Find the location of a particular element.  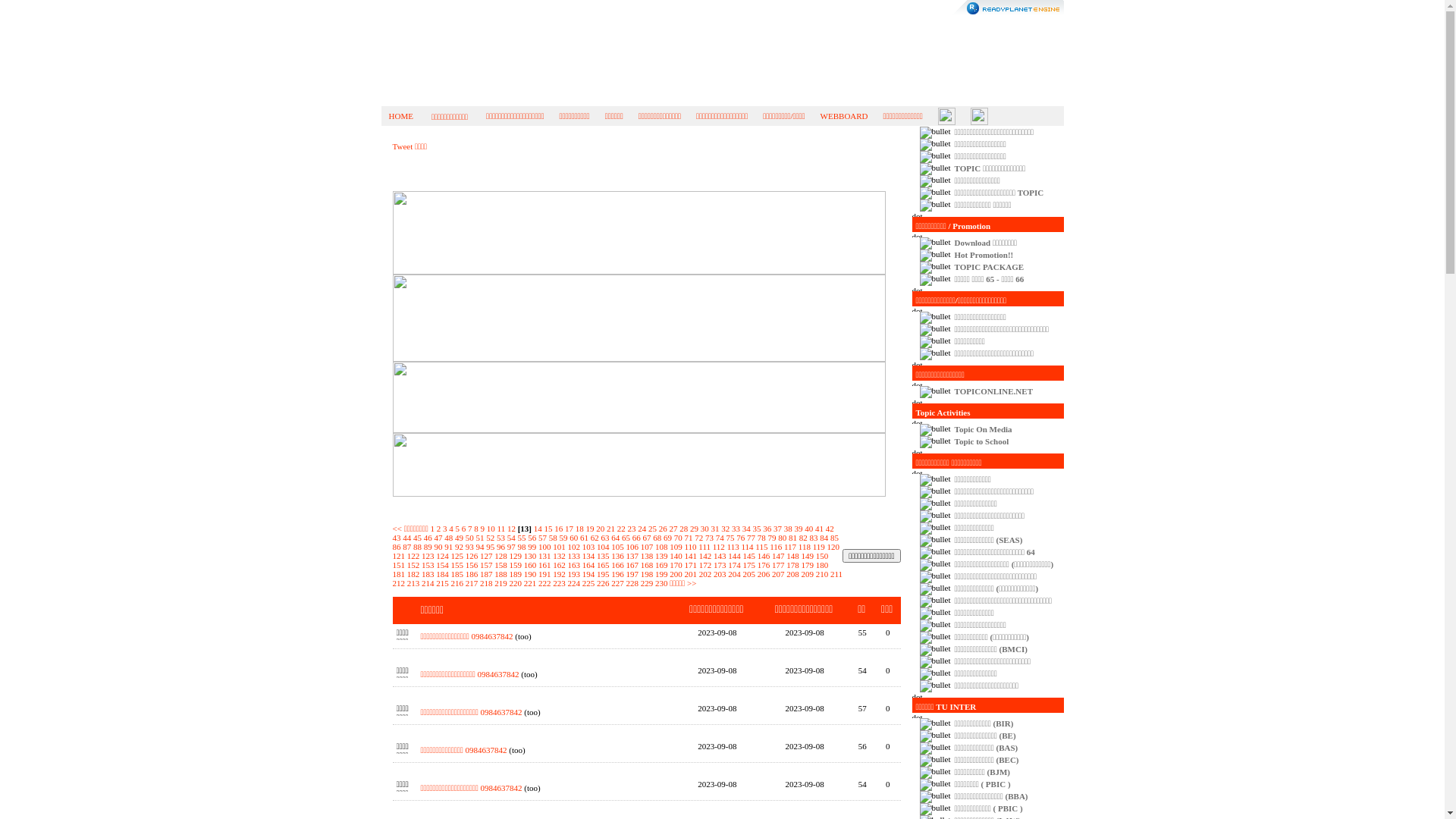

'76' is located at coordinates (740, 537).